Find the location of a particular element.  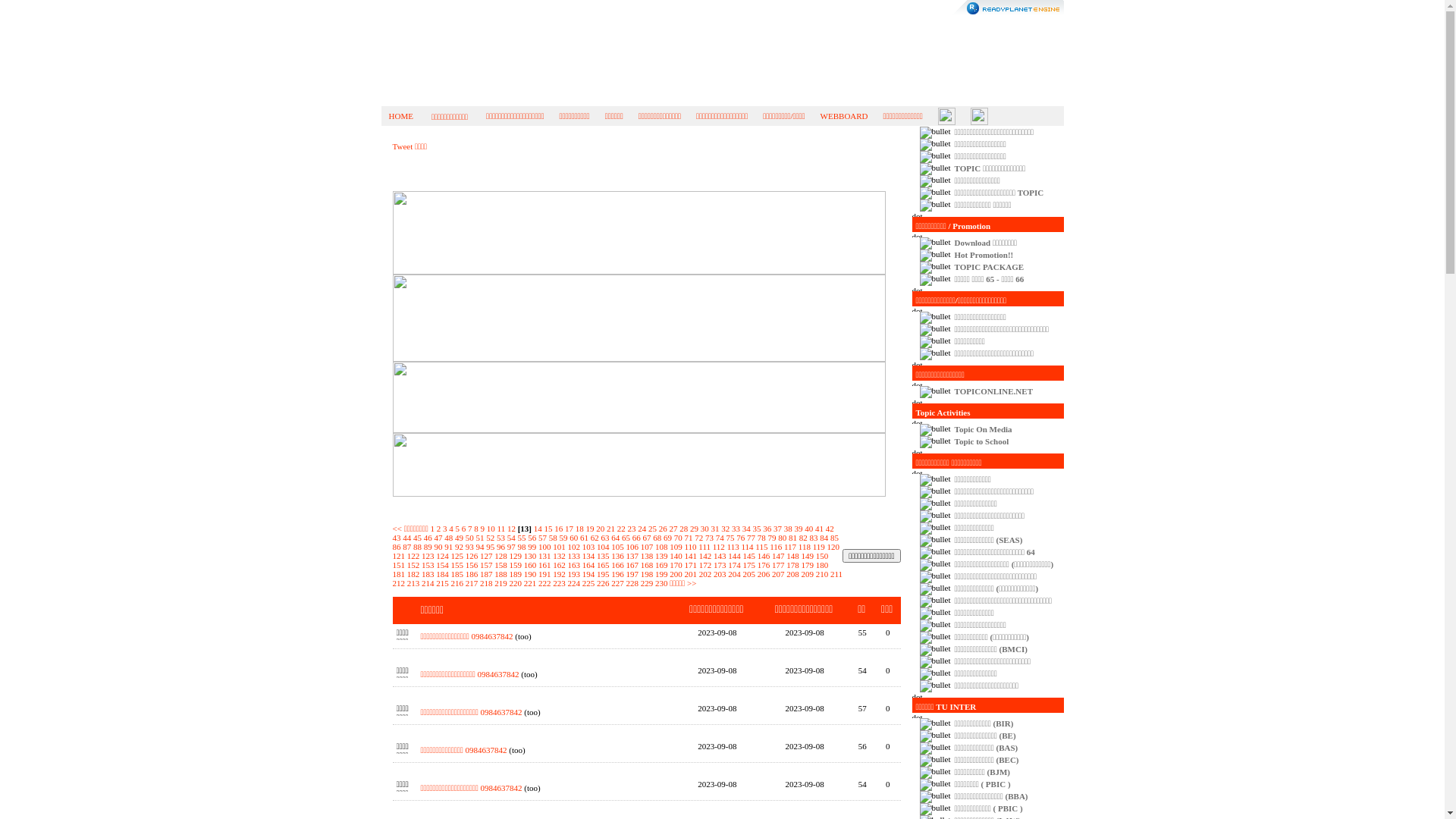

'76' is located at coordinates (740, 537).